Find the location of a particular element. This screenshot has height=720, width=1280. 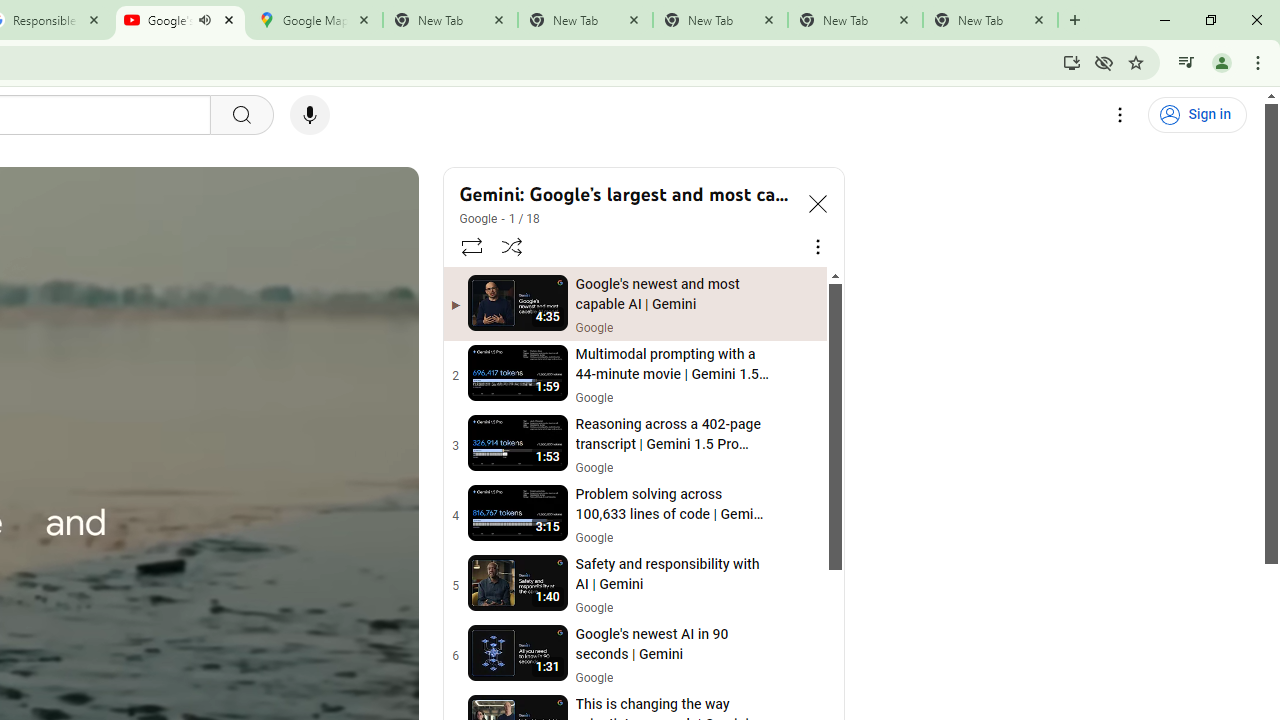

'Collapse' is located at coordinates (817, 203).